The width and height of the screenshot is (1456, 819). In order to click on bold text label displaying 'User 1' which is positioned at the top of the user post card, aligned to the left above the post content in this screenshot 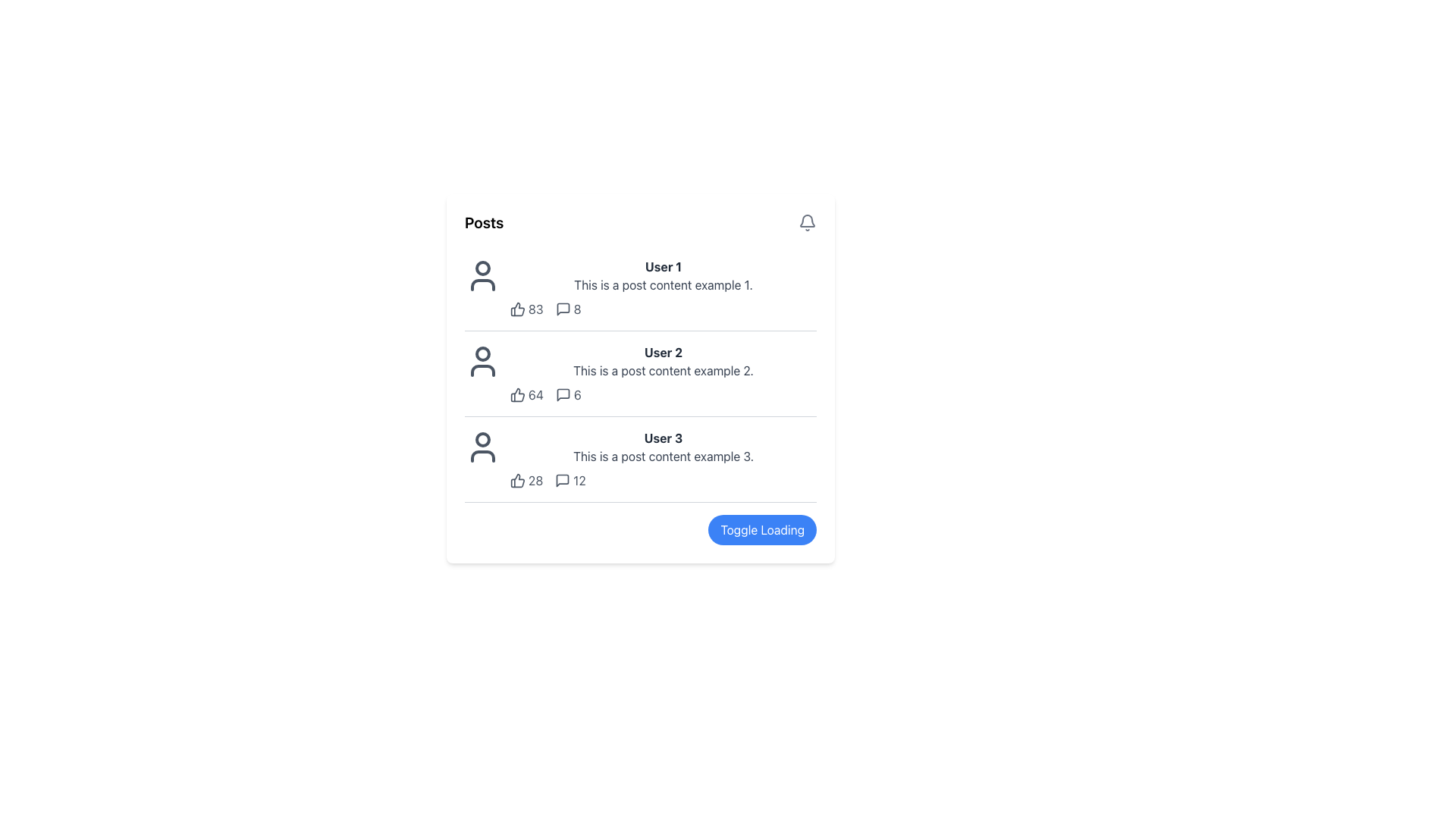, I will do `click(663, 265)`.